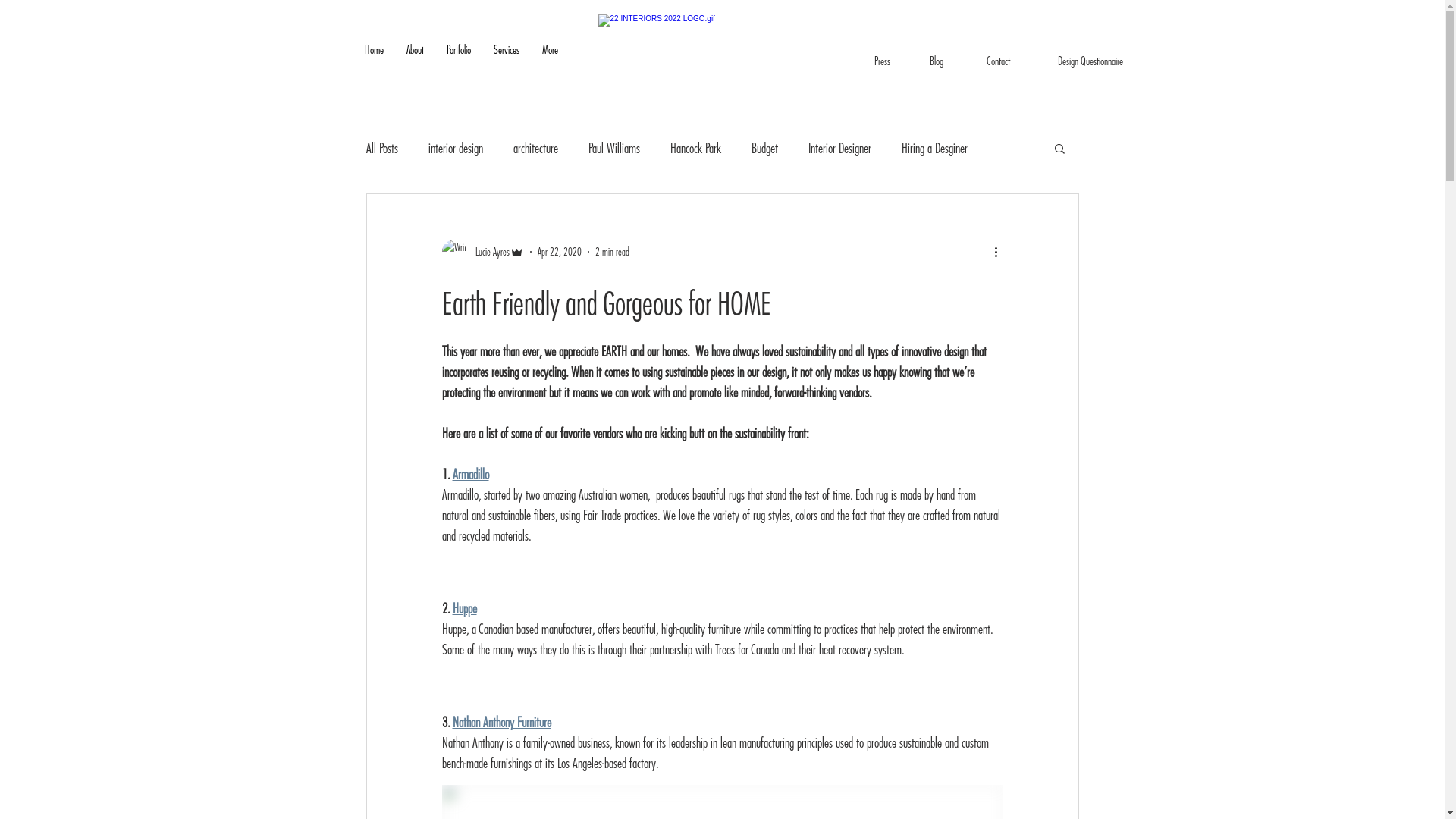 This screenshot has width=1456, height=819. Describe the element at coordinates (414, 60) in the screenshot. I see `'About'` at that location.